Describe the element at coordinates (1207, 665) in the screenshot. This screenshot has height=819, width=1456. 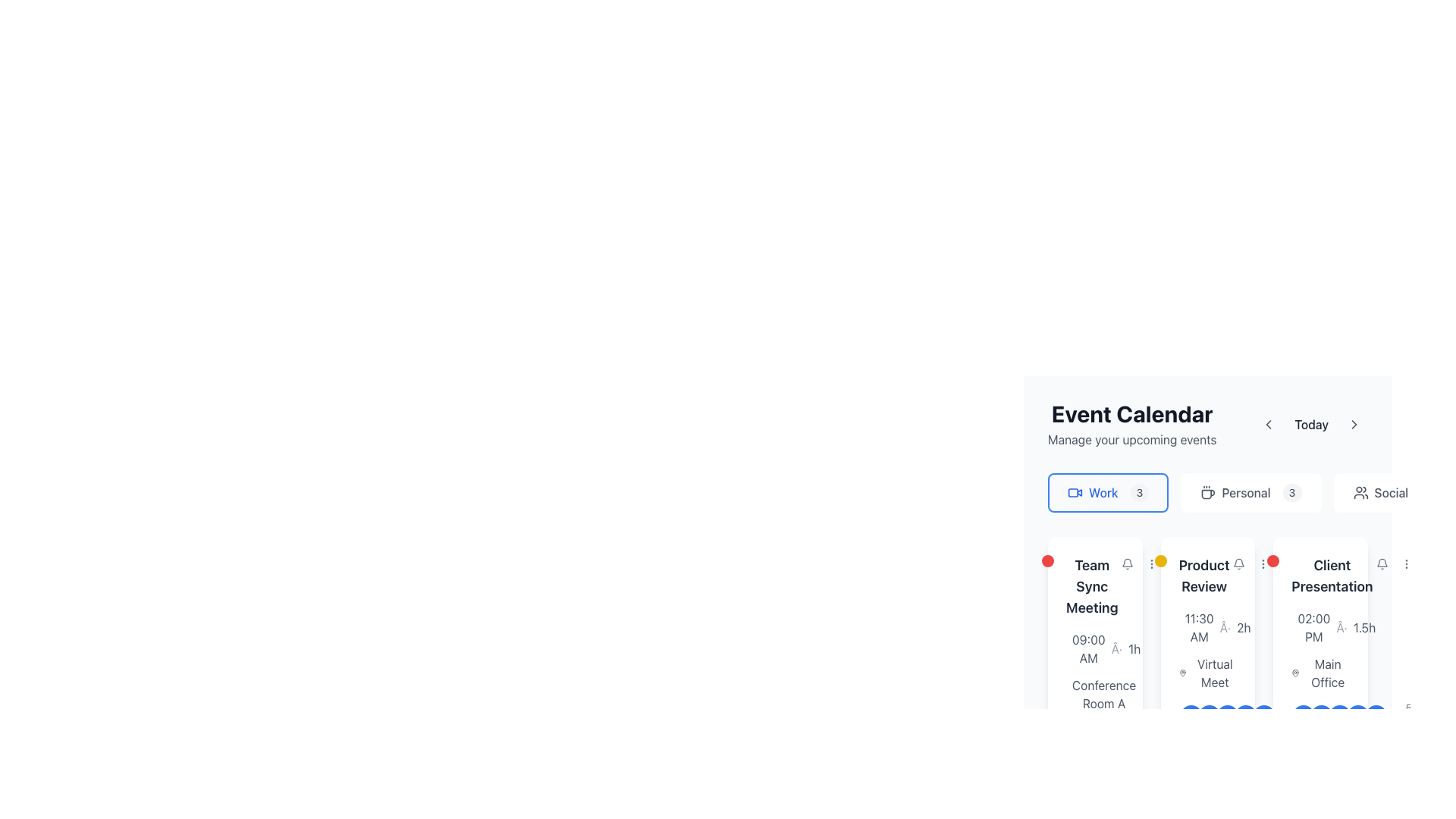
I see `the visual card component in the grid layout` at that location.